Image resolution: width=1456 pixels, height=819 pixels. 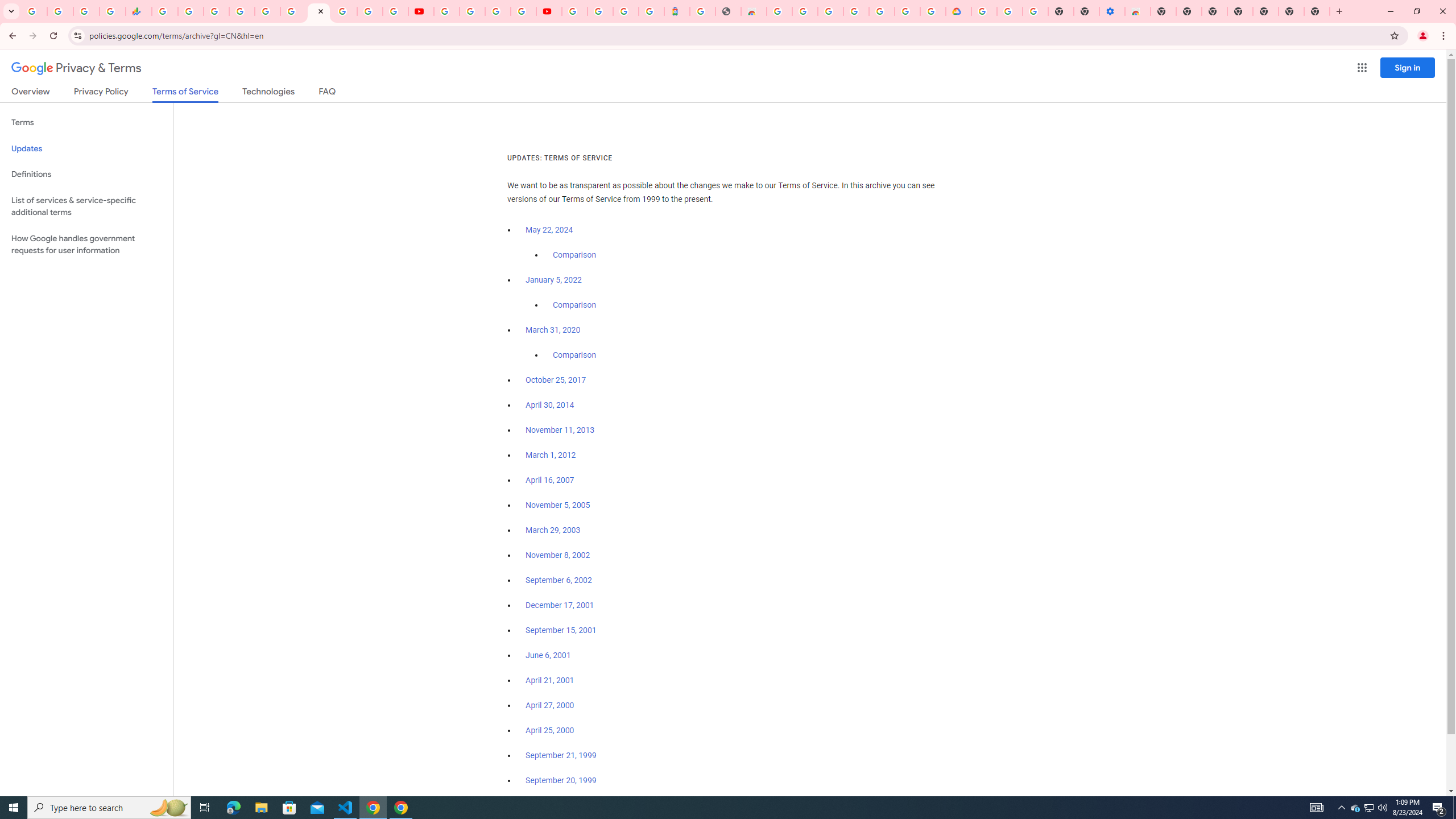 What do you see at coordinates (30, 93) in the screenshot?
I see `'Overview'` at bounding box center [30, 93].